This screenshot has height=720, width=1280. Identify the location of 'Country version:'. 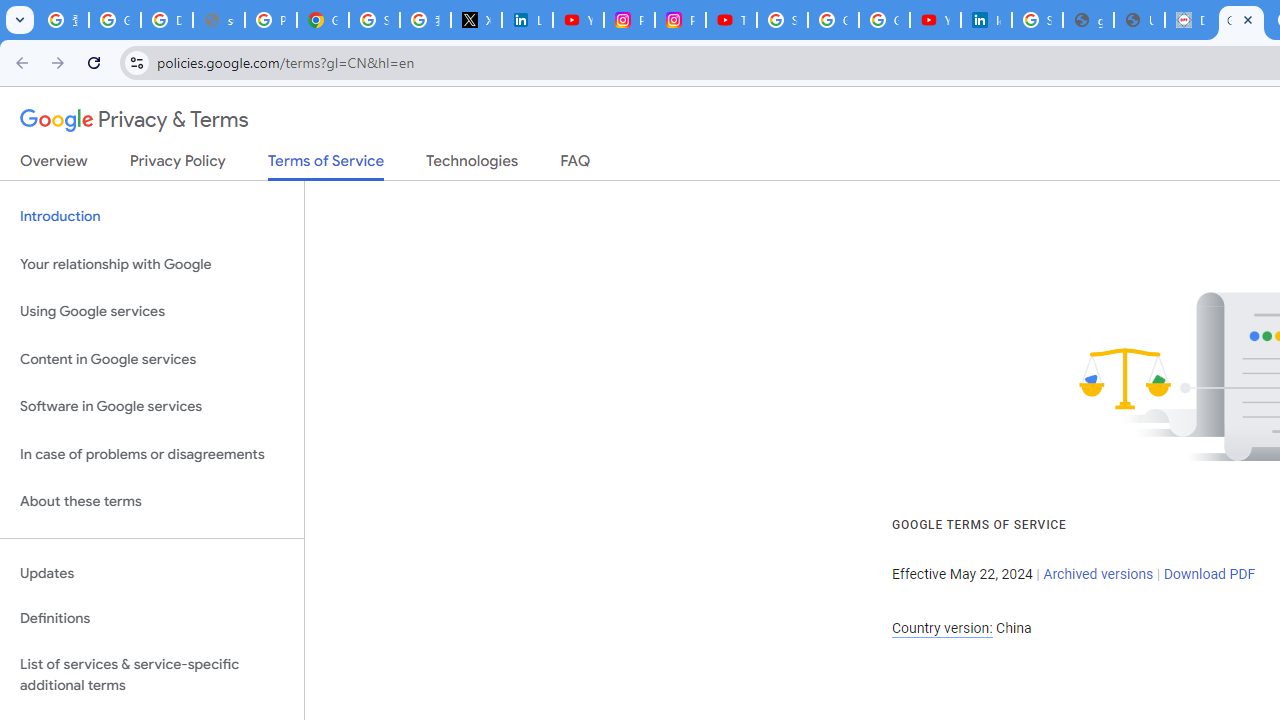
(941, 627).